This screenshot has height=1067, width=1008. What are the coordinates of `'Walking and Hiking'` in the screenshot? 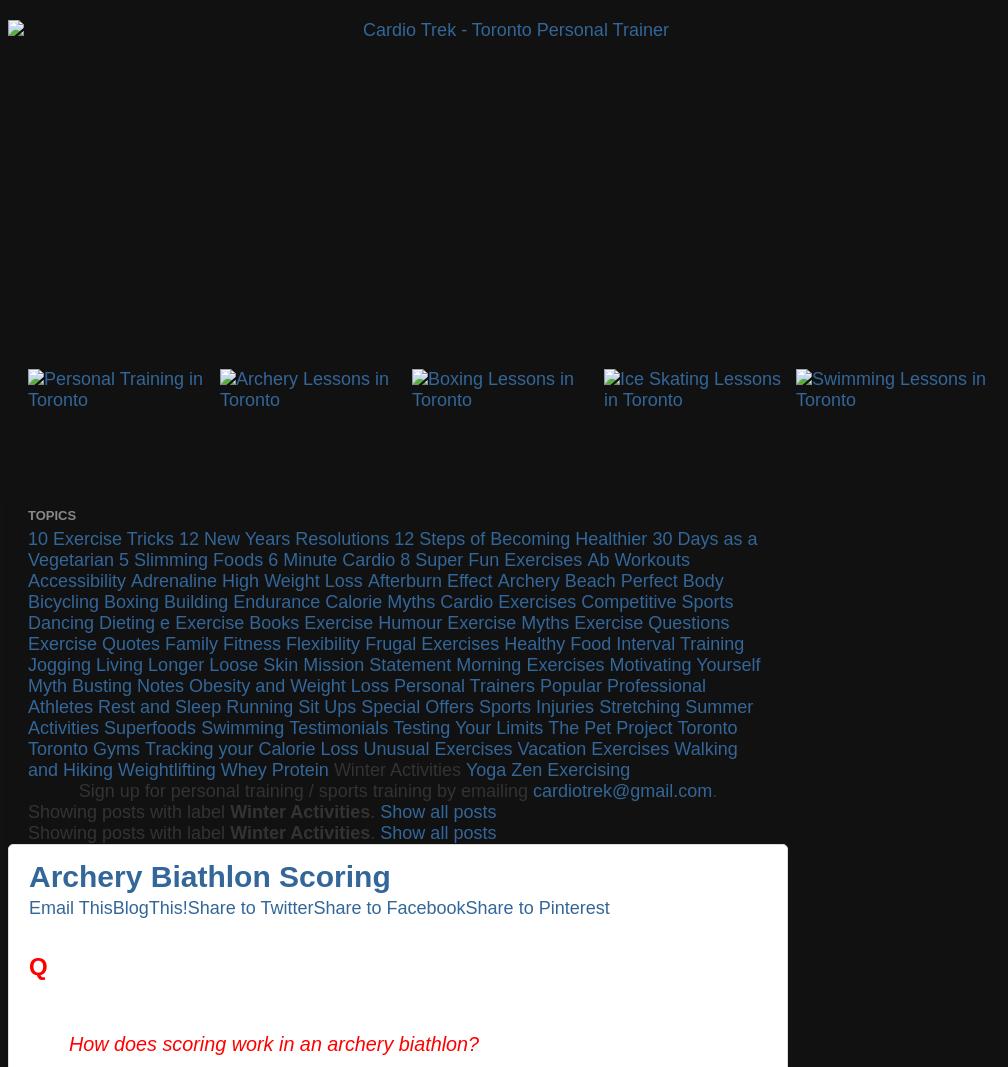 It's located at (28, 758).